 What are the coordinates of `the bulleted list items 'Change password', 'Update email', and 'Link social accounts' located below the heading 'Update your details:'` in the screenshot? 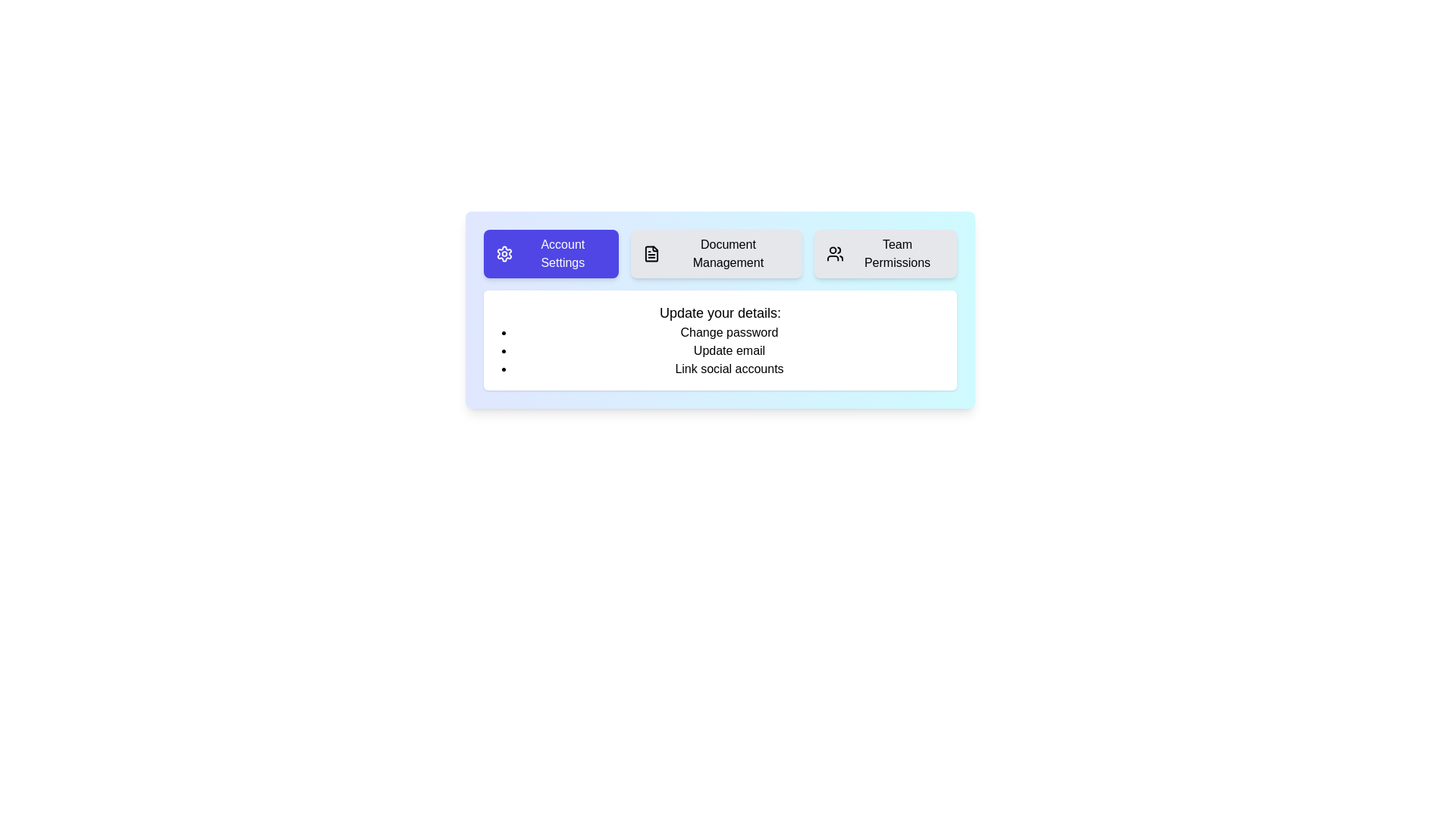 It's located at (720, 350).